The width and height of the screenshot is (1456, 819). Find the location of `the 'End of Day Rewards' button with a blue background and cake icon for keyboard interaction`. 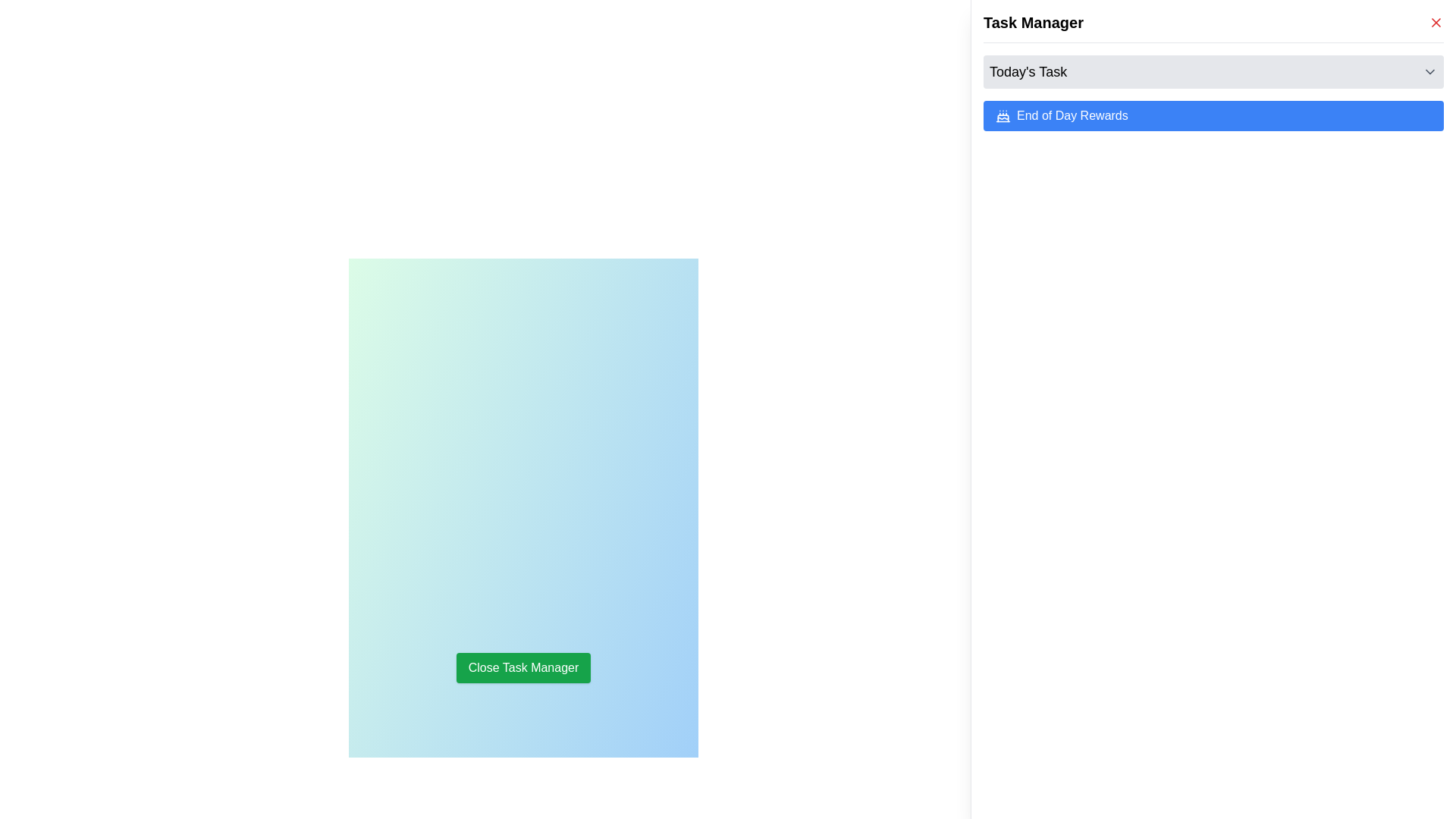

the 'End of Day Rewards' button with a blue background and cake icon for keyboard interaction is located at coordinates (1213, 115).